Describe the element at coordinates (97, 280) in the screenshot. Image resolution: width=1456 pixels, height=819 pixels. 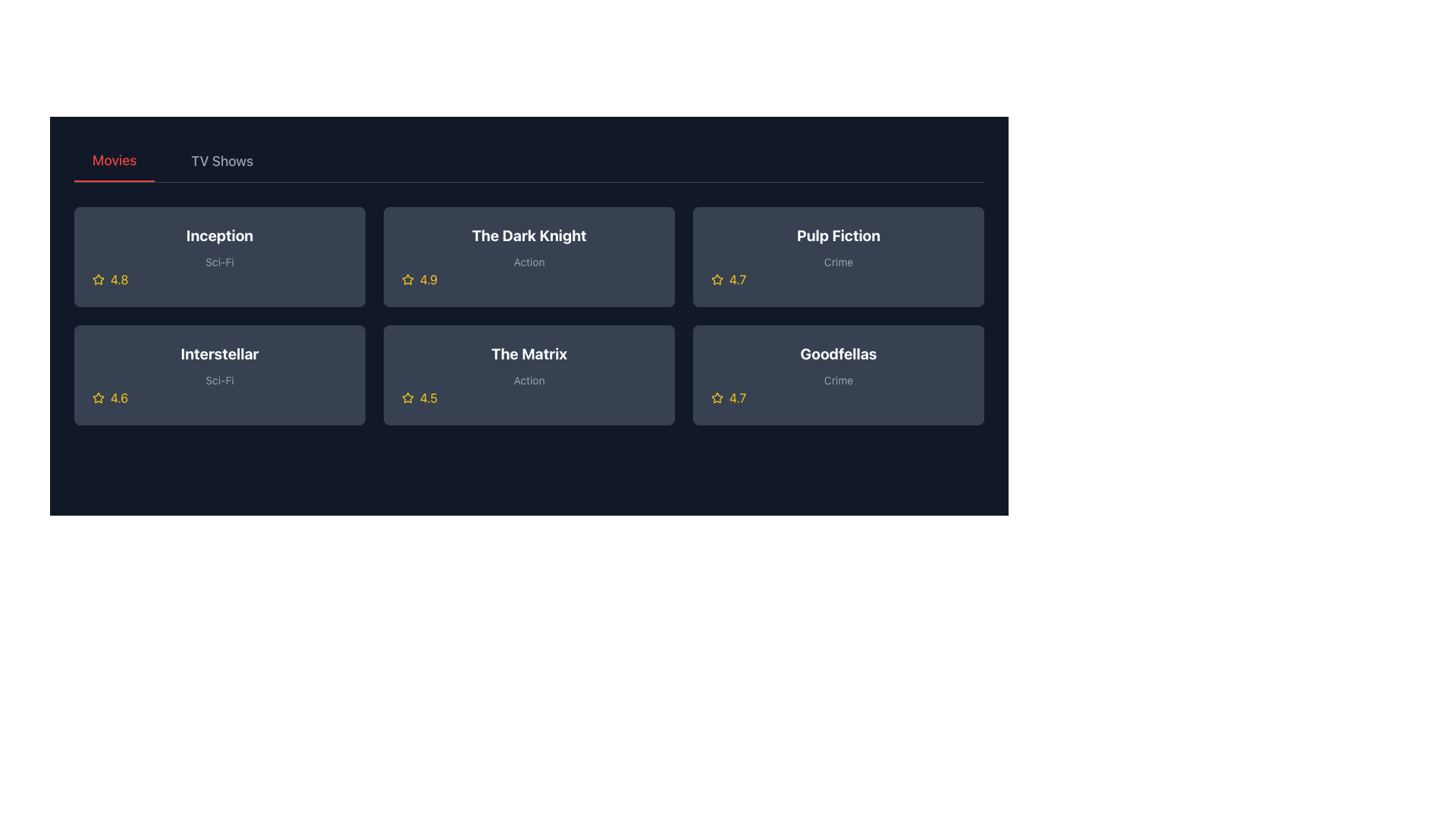
I see `the star icon representing the rating for the movie 'Inception', located in the upper-left card of the grid layout in the 'Movies' section` at that location.